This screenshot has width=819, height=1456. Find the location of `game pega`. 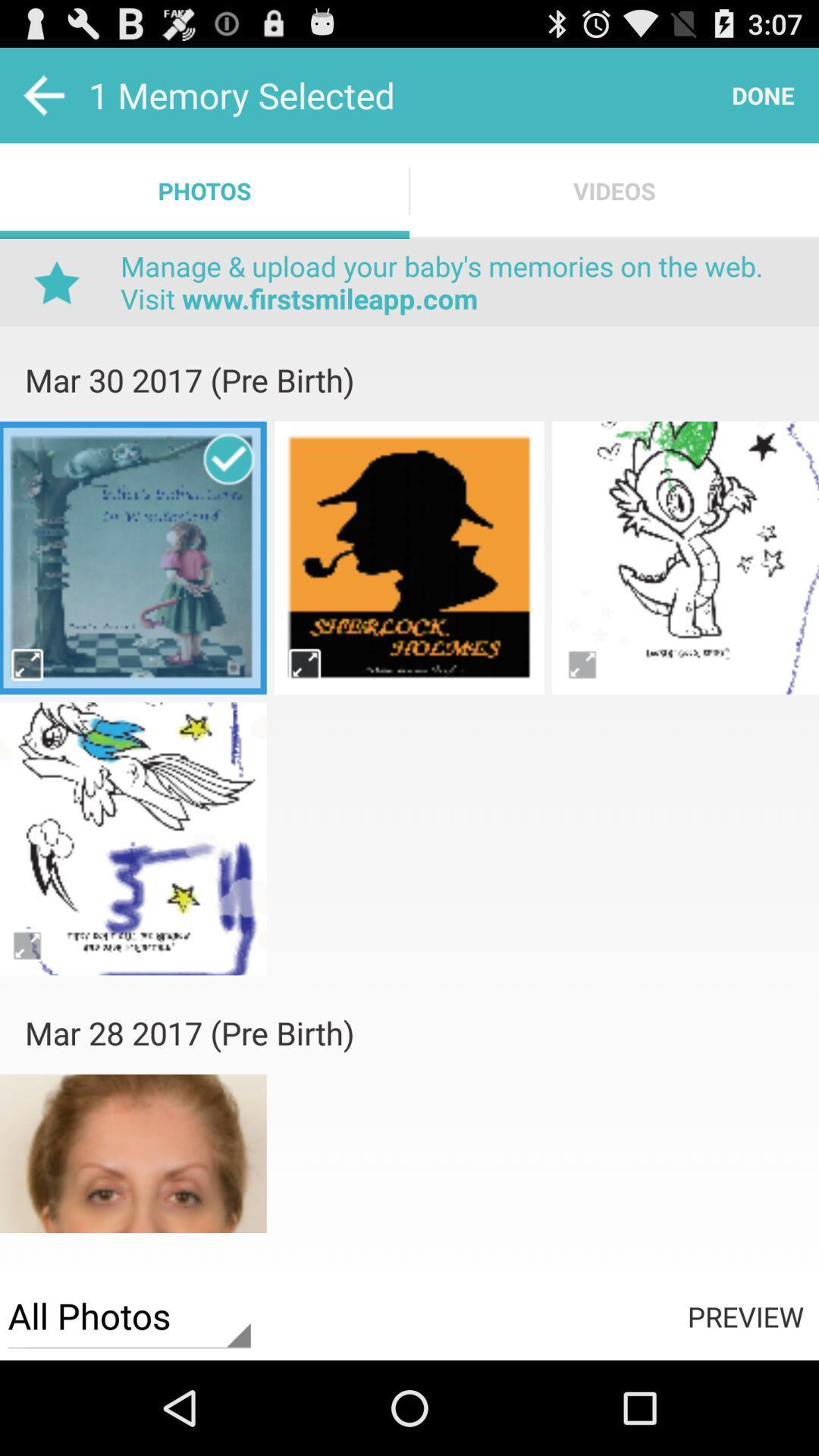

game pega is located at coordinates (132, 838).